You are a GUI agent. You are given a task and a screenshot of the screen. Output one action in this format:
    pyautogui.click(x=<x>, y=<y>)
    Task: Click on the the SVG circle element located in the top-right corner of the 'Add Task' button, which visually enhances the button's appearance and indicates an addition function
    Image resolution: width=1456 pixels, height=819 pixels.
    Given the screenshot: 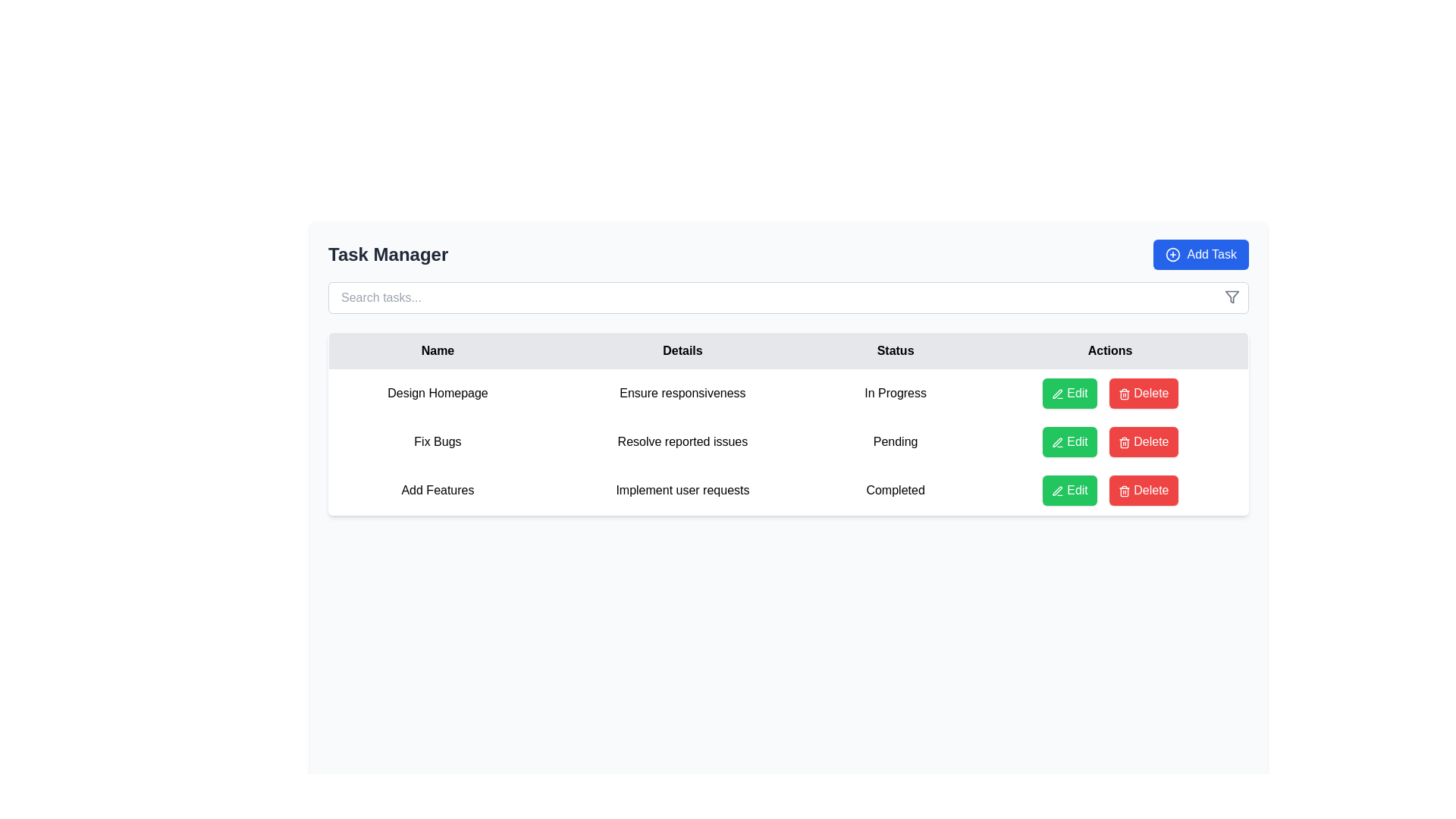 What is the action you would take?
    pyautogui.click(x=1172, y=253)
    